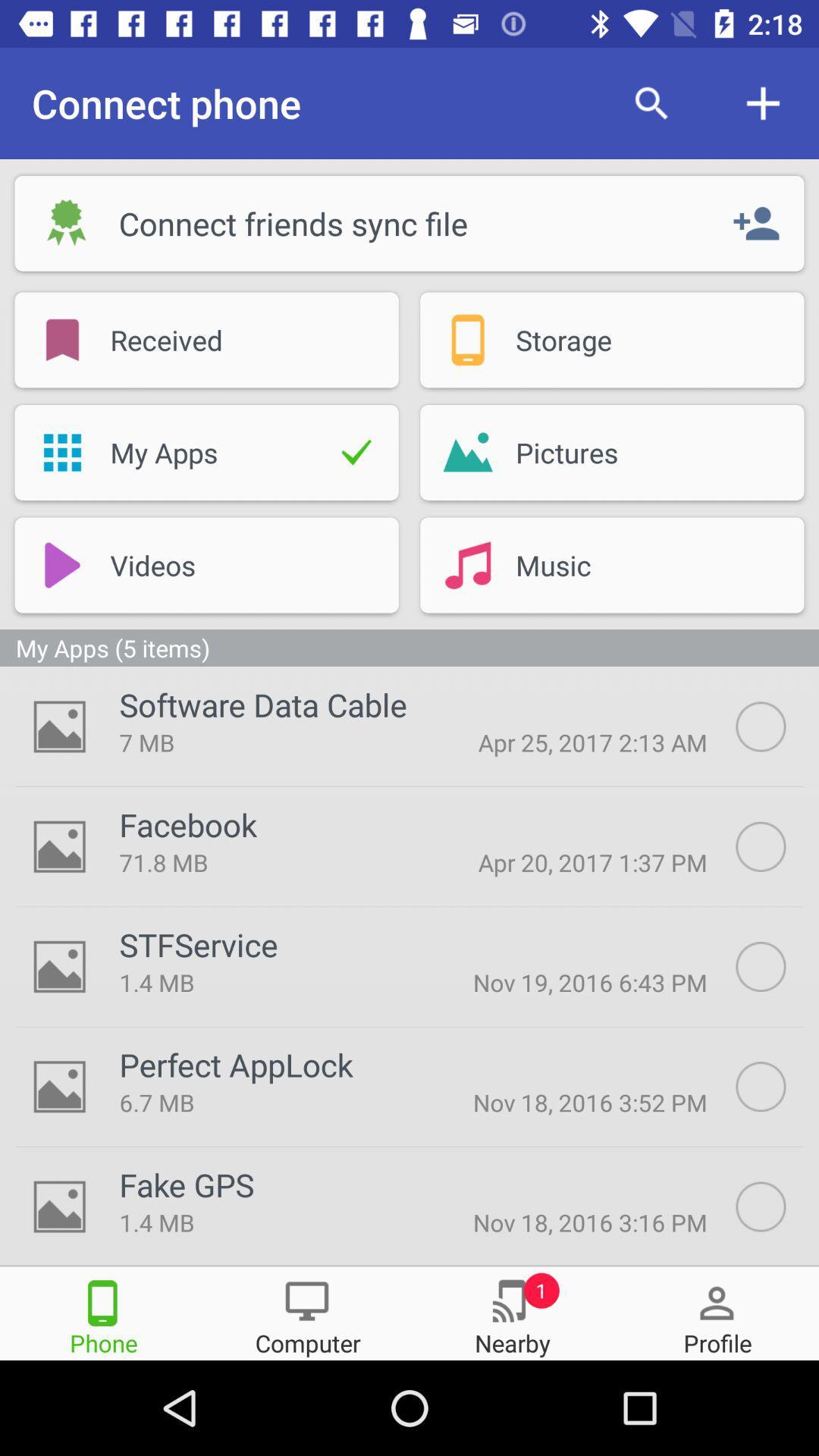 Image resolution: width=819 pixels, height=1456 pixels. What do you see at coordinates (262, 704) in the screenshot?
I see `software data cable app` at bounding box center [262, 704].